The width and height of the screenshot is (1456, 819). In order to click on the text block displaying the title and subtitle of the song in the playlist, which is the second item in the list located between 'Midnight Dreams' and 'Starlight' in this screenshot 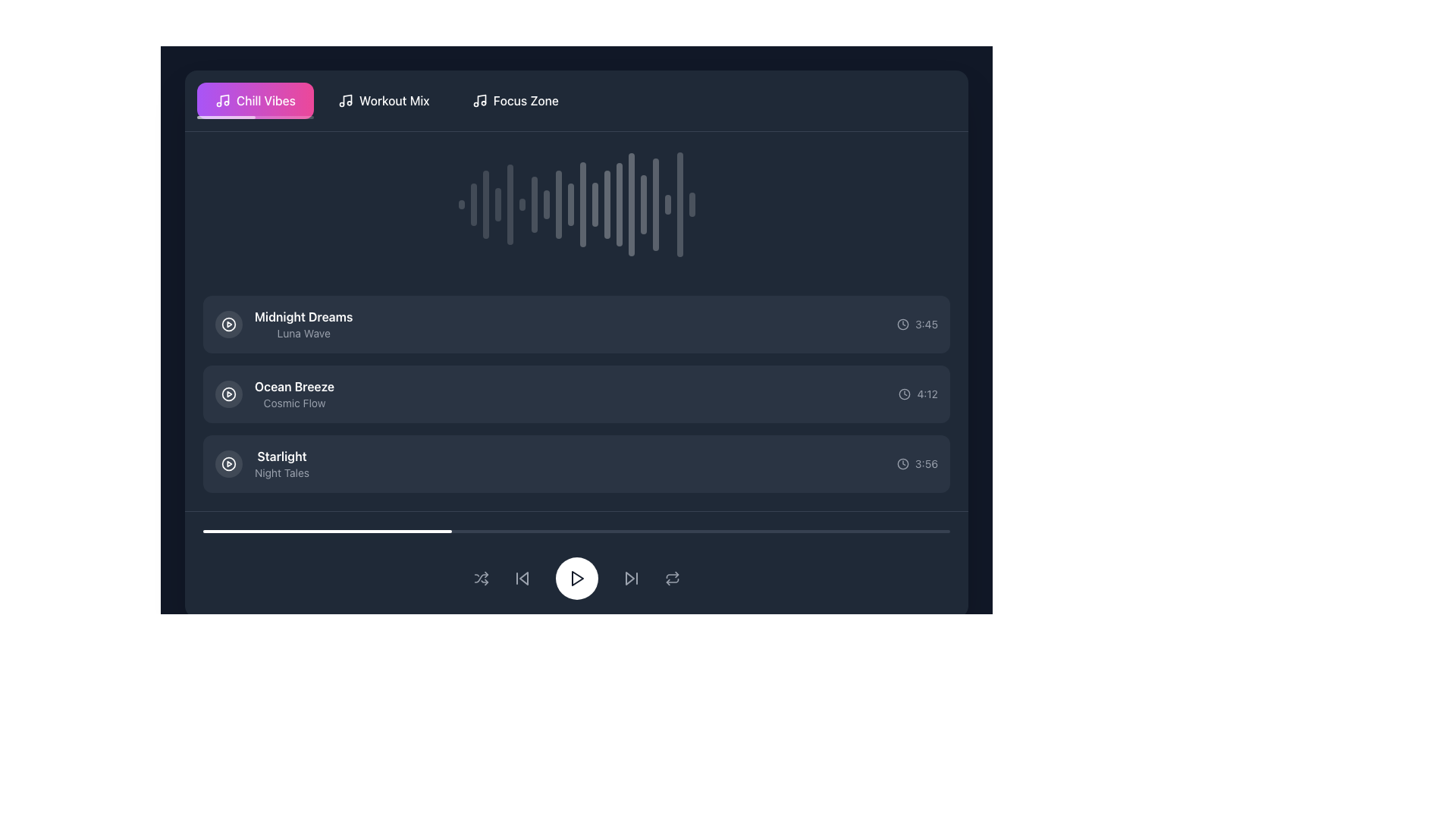, I will do `click(275, 394)`.